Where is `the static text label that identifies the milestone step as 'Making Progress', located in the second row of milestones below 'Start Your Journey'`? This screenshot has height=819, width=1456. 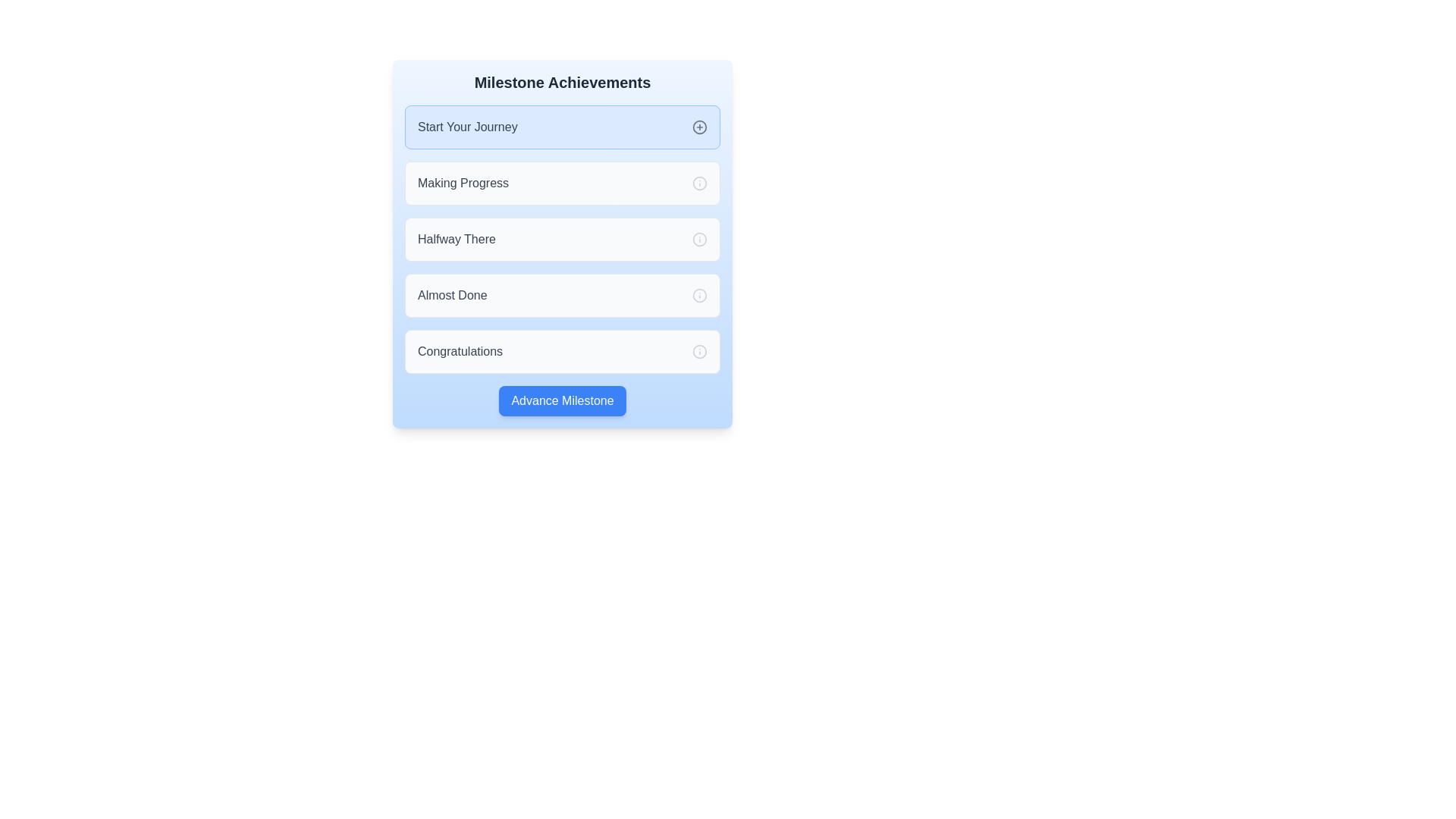
the static text label that identifies the milestone step as 'Making Progress', located in the second row of milestones below 'Start Your Journey' is located at coordinates (462, 183).